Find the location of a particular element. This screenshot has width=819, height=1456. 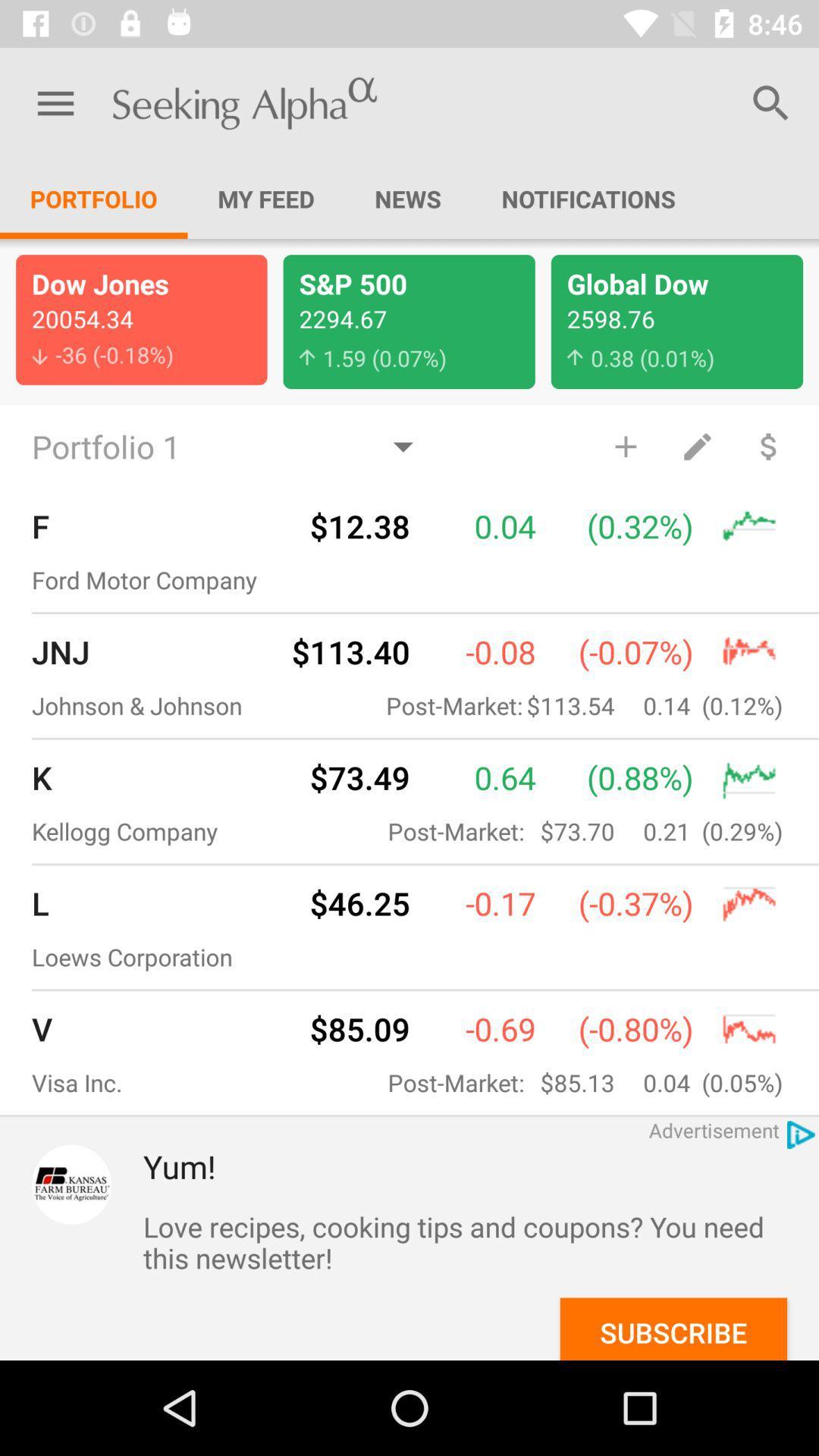

item next to yum! item is located at coordinates (71, 1184).